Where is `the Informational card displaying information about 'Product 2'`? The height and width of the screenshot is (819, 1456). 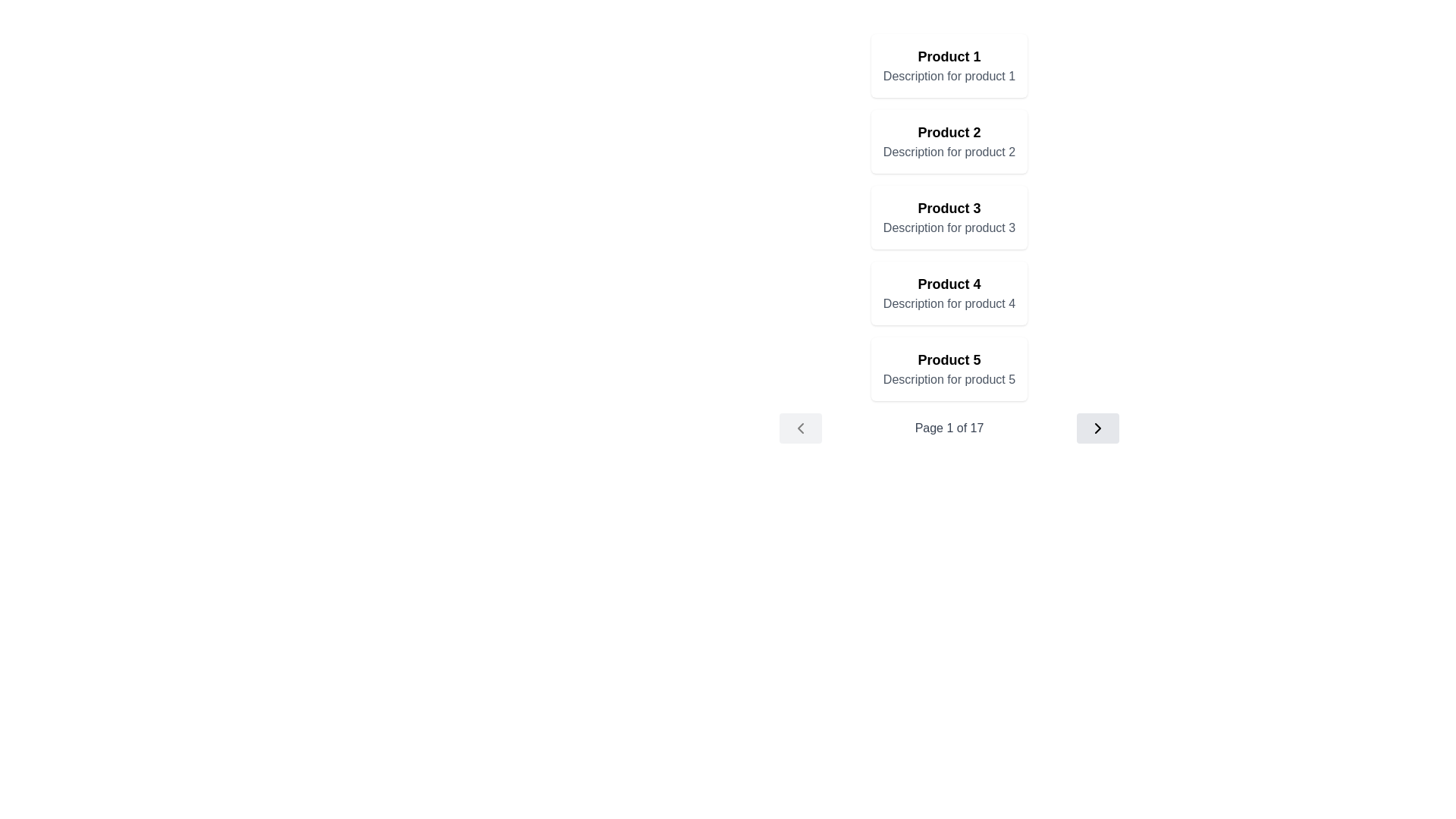
the Informational card displaying information about 'Product 2' is located at coordinates (949, 141).